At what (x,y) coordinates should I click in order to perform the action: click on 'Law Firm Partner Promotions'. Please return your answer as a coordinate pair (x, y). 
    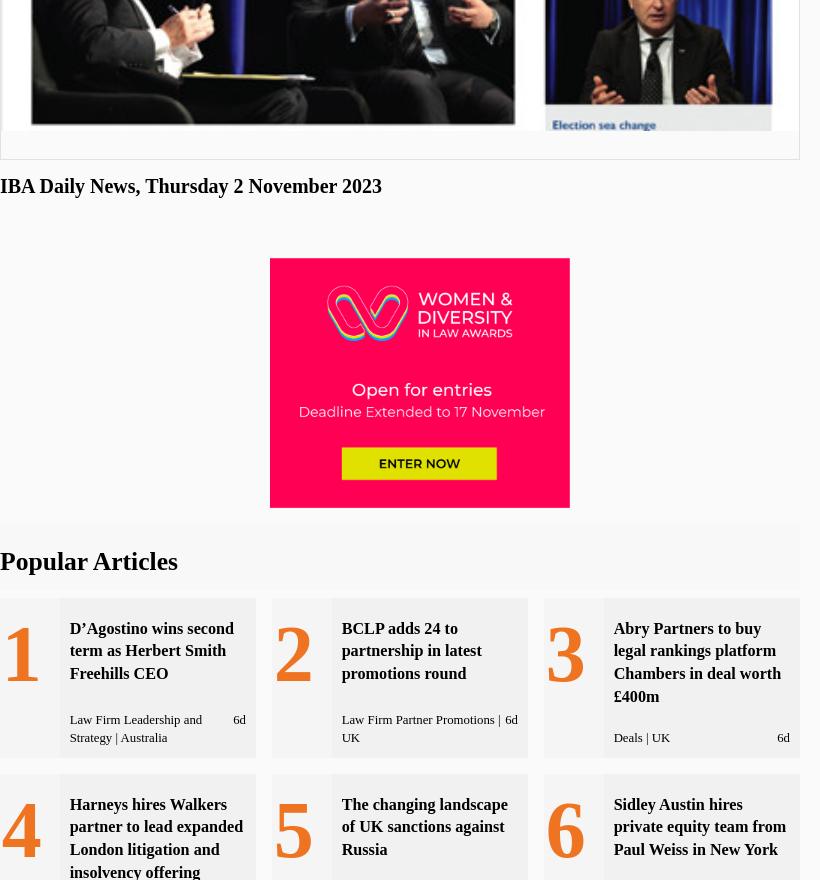
    Looking at the image, I should click on (416, 720).